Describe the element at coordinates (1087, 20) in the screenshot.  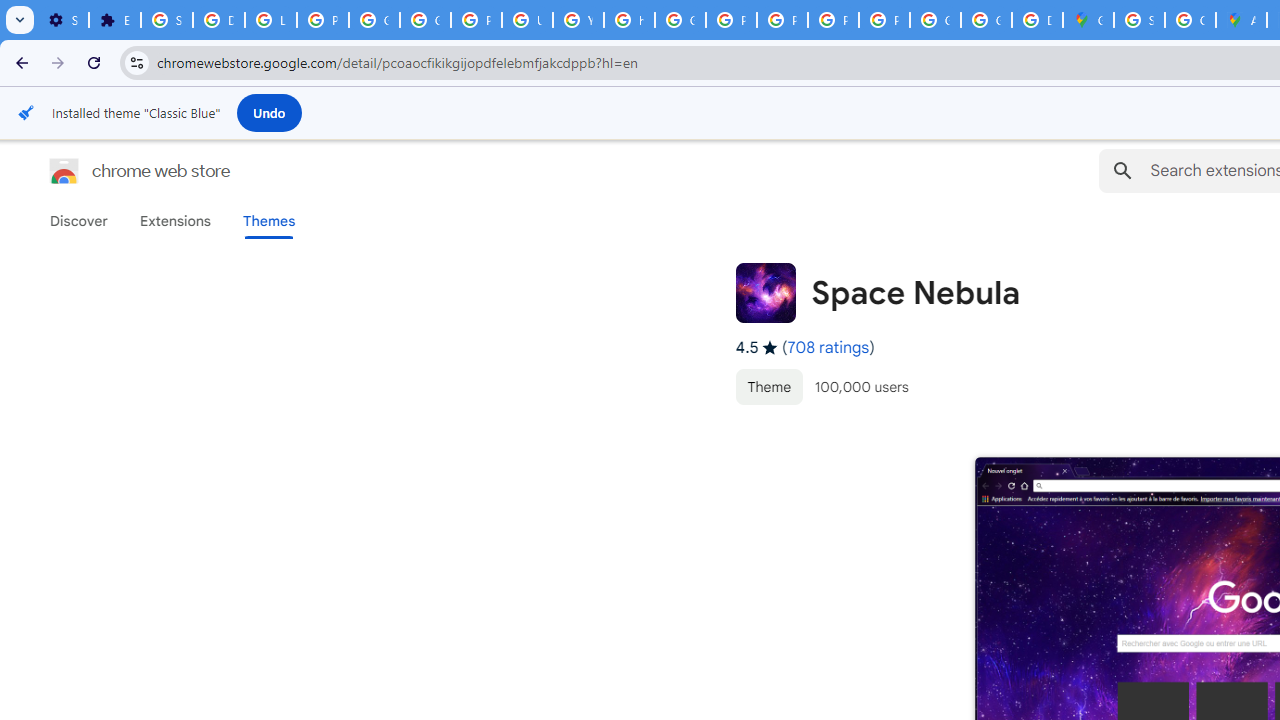
I see `'Google Maps'` at that location.